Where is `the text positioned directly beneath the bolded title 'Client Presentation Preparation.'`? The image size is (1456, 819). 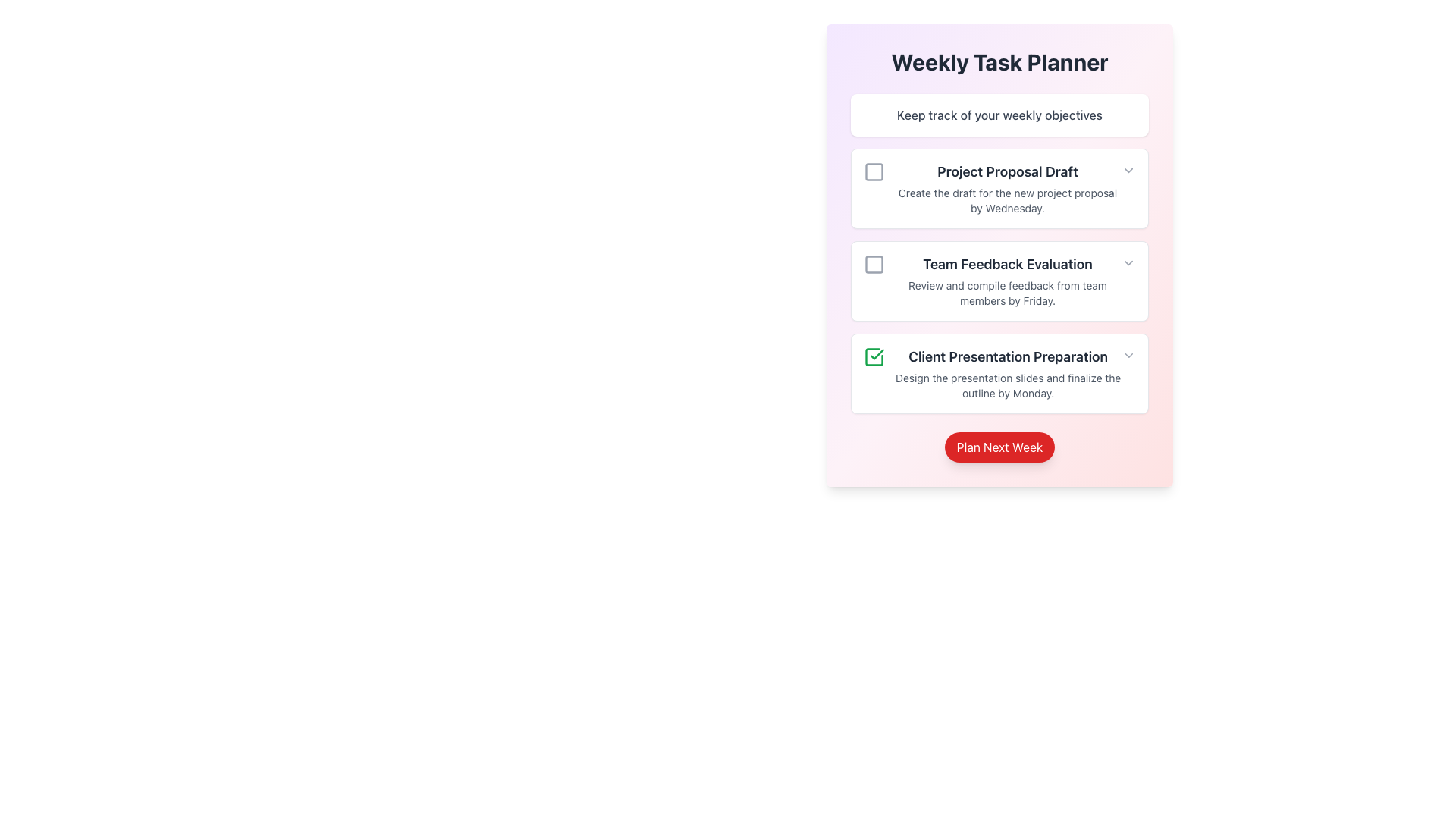 the text positioned directly beneath the bolded title 'Client Presentation Preparation.' is located at coordinates (1008, 385).